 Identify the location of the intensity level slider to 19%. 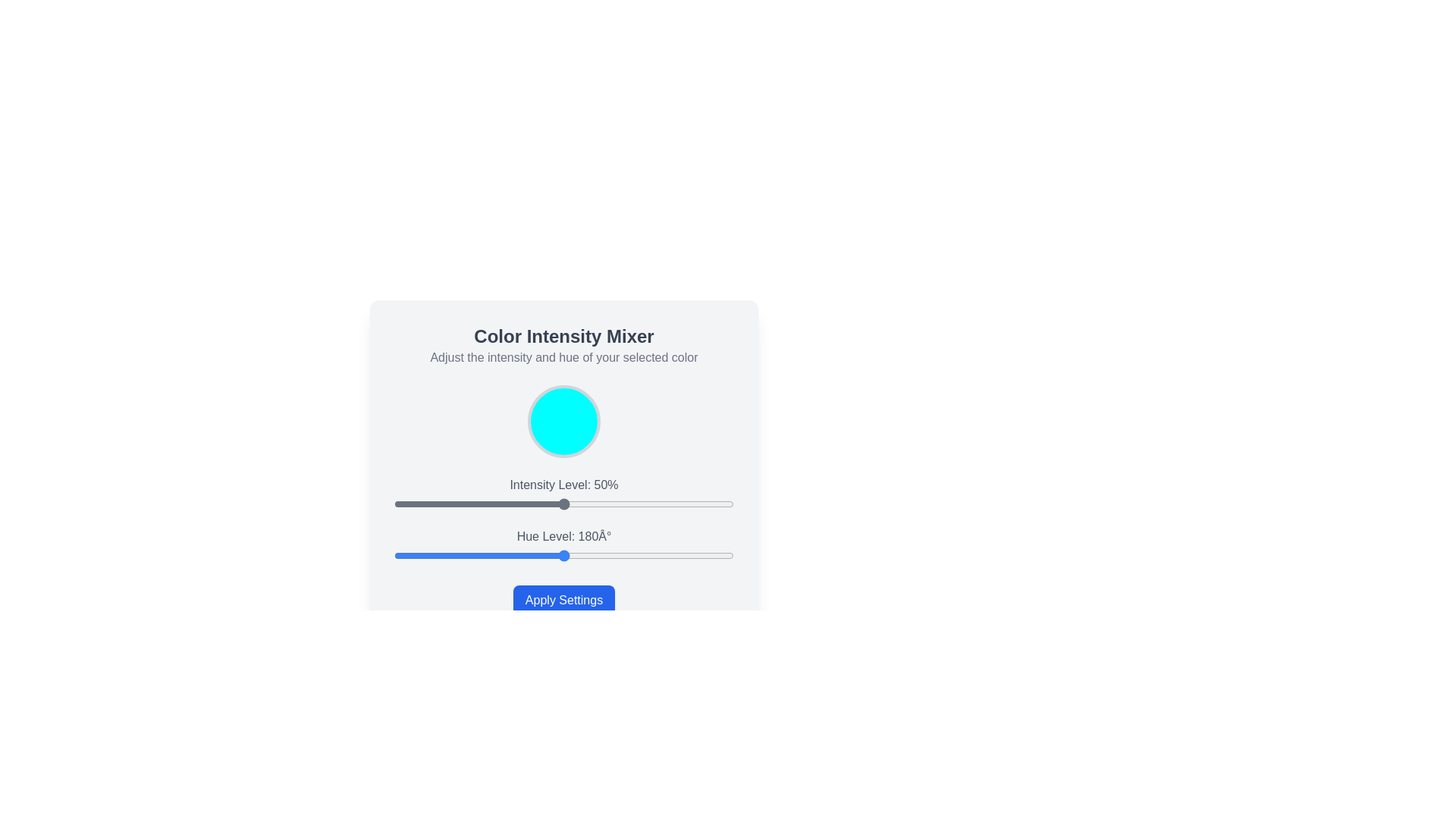
(458, 504).